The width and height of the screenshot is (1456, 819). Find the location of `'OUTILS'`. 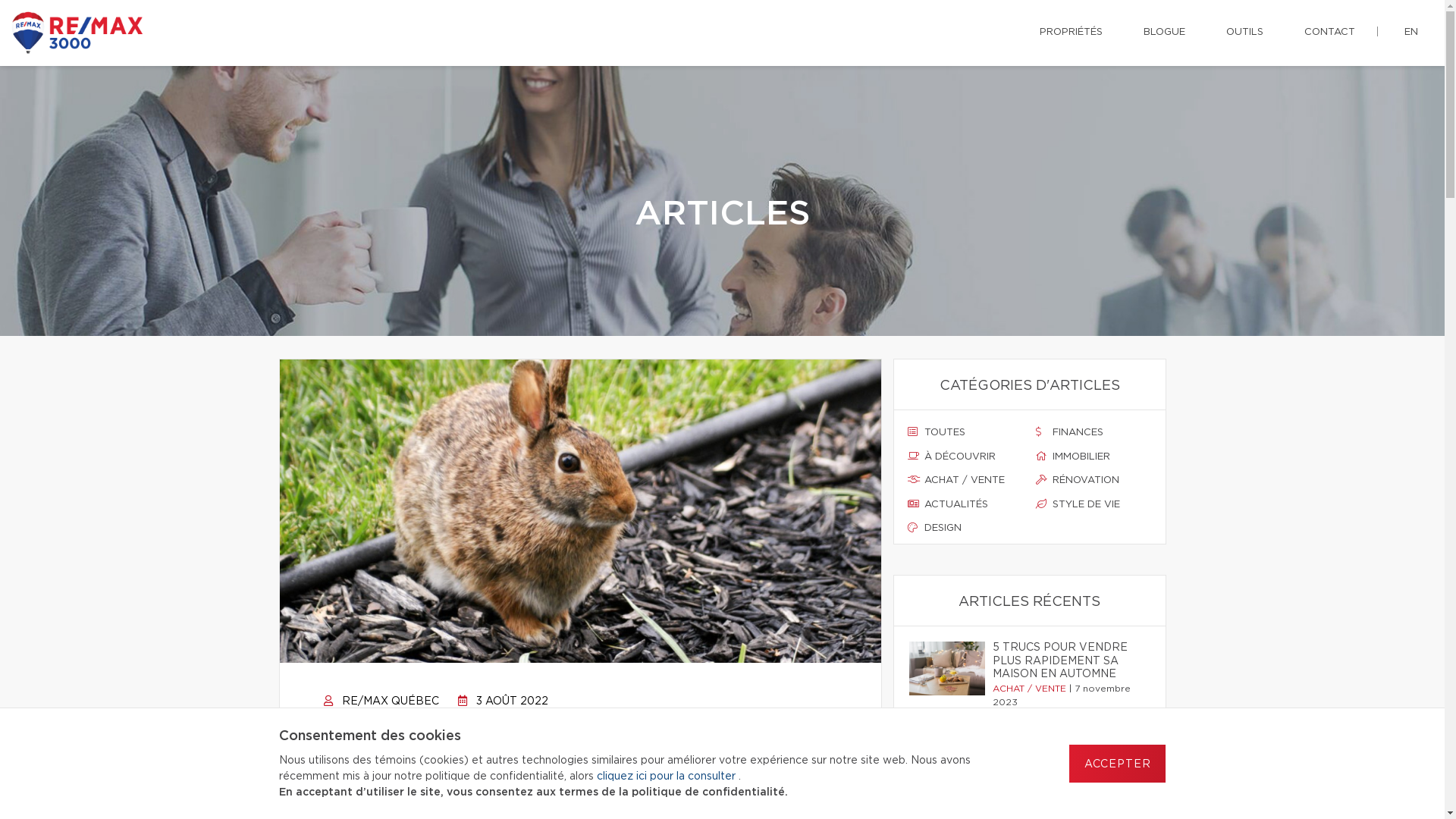

'OUTILS' is located at coordinates (1244, 32).